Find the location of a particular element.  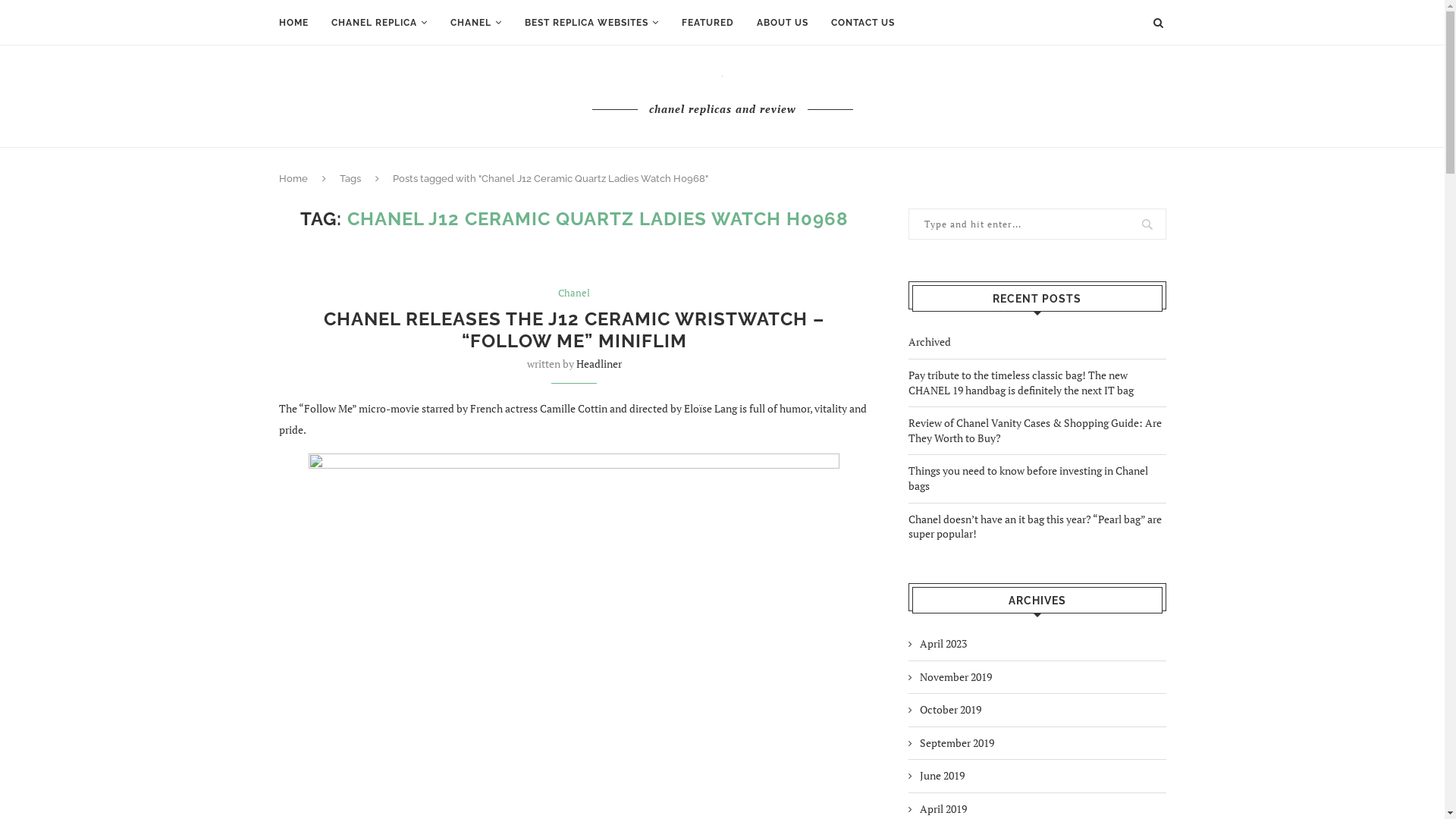

'November 2019' is located at coordinates (949, 676).